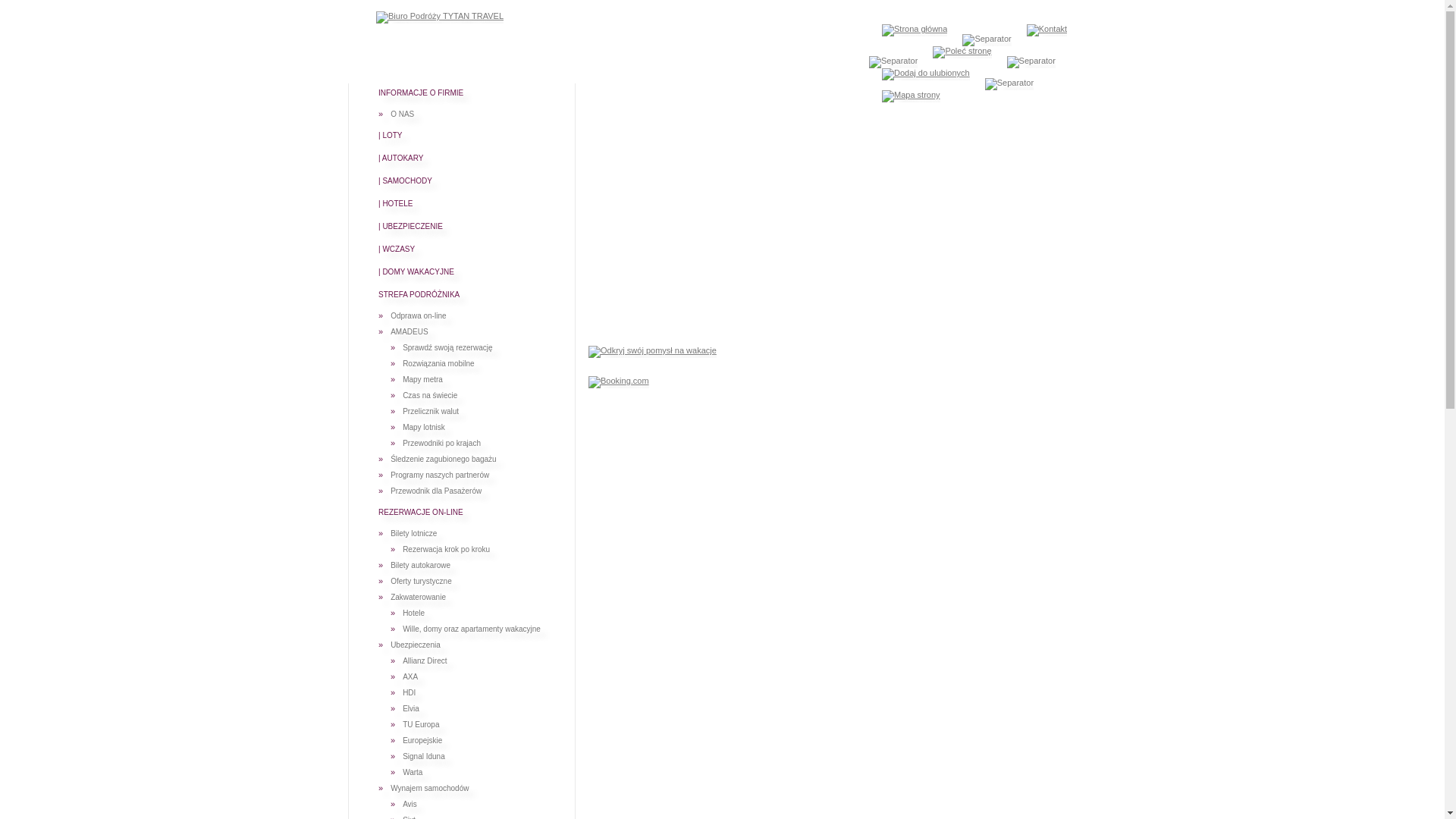 This screenshot has width=1456, height=819. What do you see at coordinates (423, 427) in the screenshot?
I see `'Mapy lotnisk'` at bounding box center [423, 427].